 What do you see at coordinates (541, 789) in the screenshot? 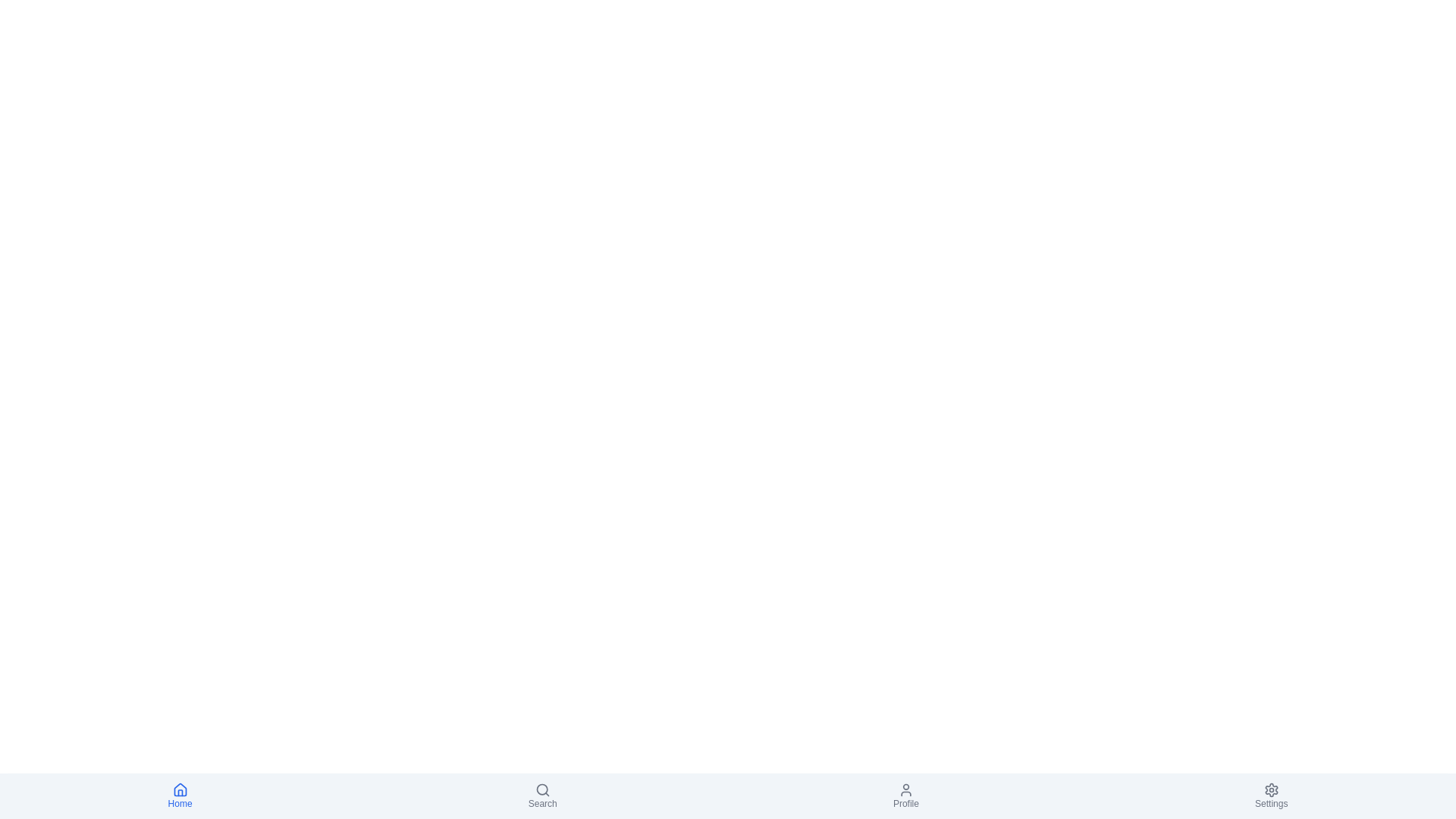
I see `the central circular part of the magnifying glass icon representing search functionality located in the bottom navigation bar` at bounding box center [541, 789].